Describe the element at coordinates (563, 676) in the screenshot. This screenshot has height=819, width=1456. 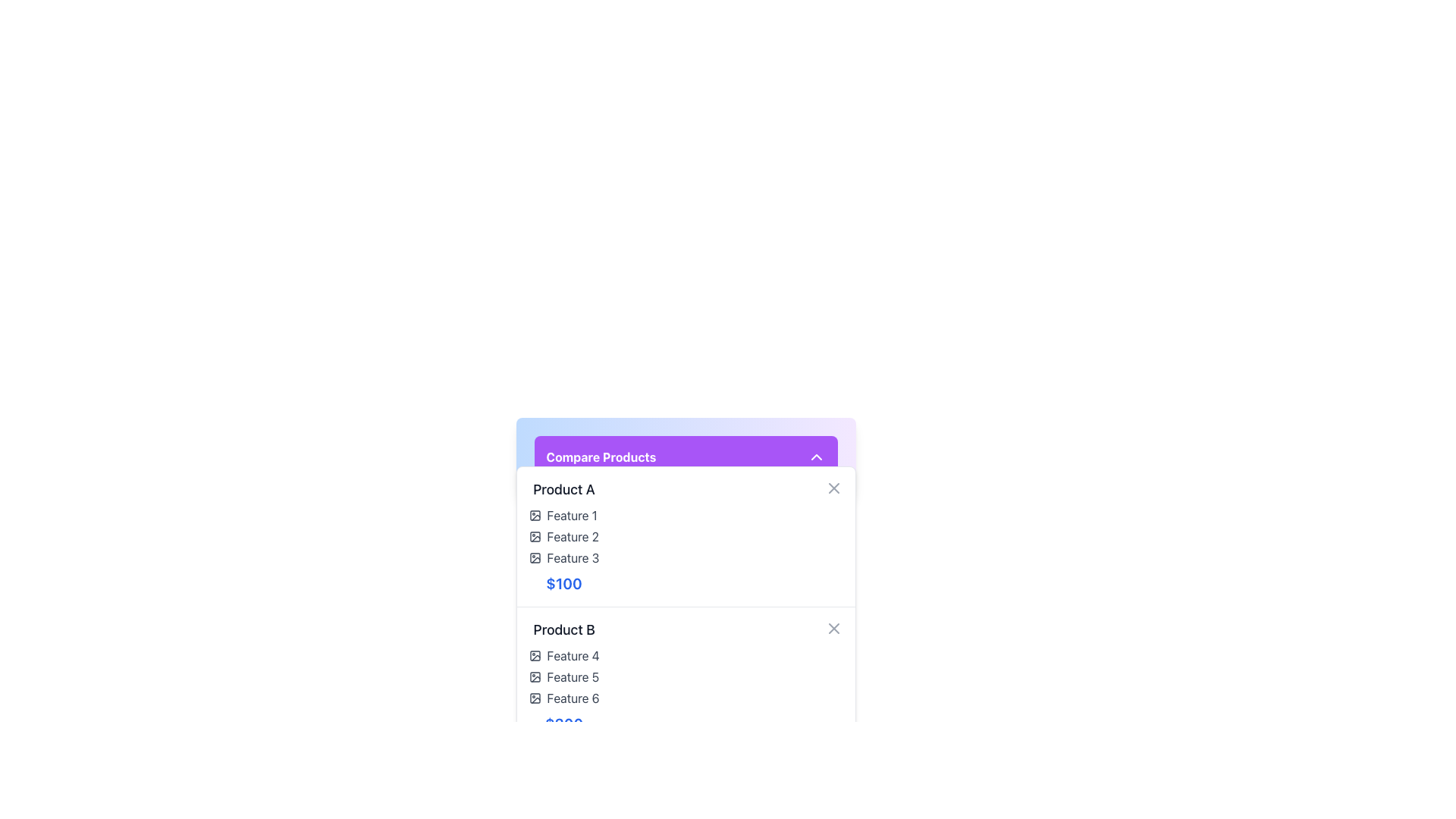
I see `the second feature element under the 'Product B' section in the product comparison interface` at that location.